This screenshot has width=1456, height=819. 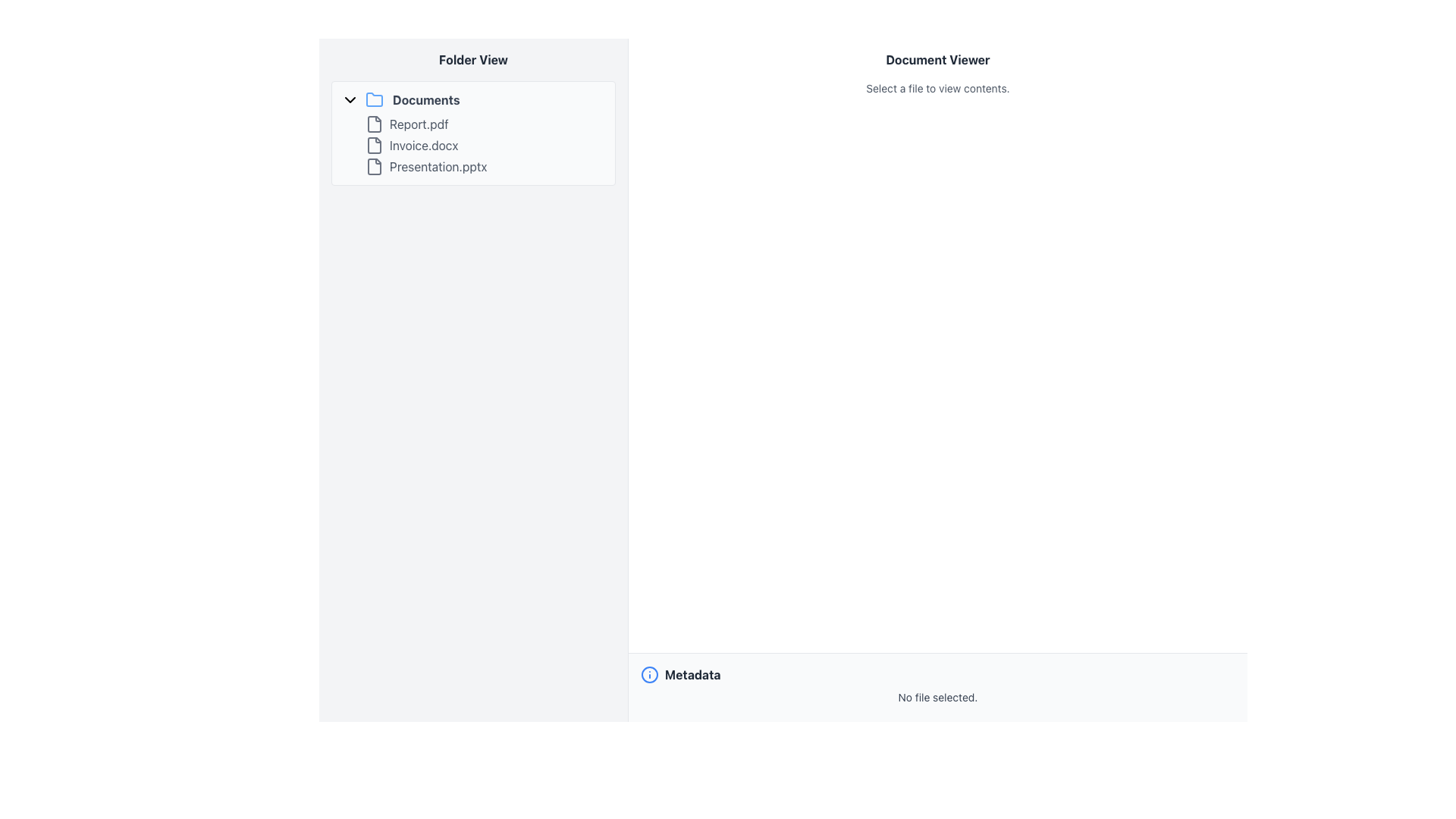 What do you see at coordinates (937, 88) in the screenshot?
I see `the Text Label that instructs users to select a file in the Document Viewer section, located below its title and near the top of the white content area` at bounding box center [937, 88].